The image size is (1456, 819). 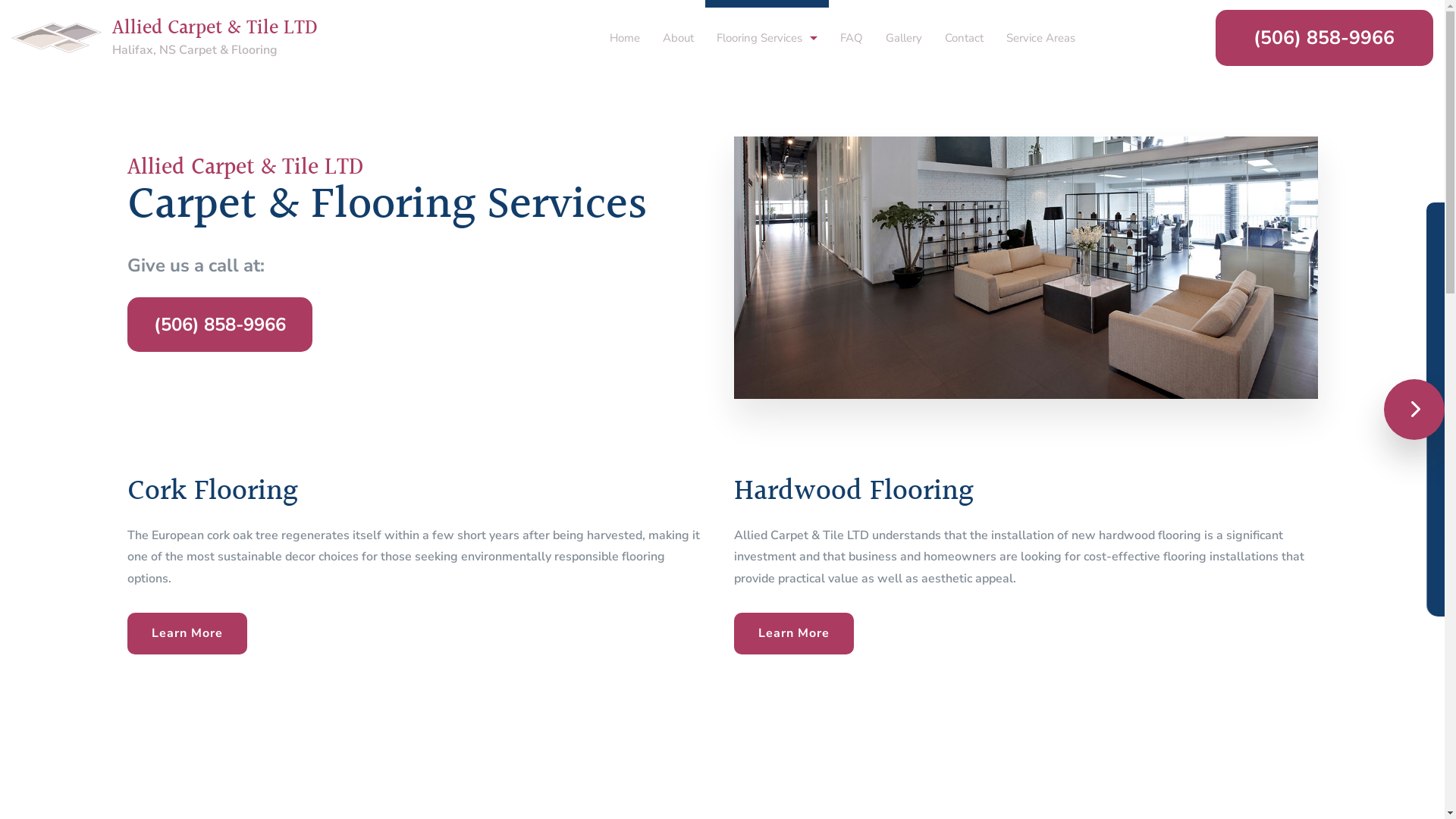 What do you see at coordinates (1040, 27) in the screenshot?
I see `'Service Areas'` at bounding box center [1040, 27].